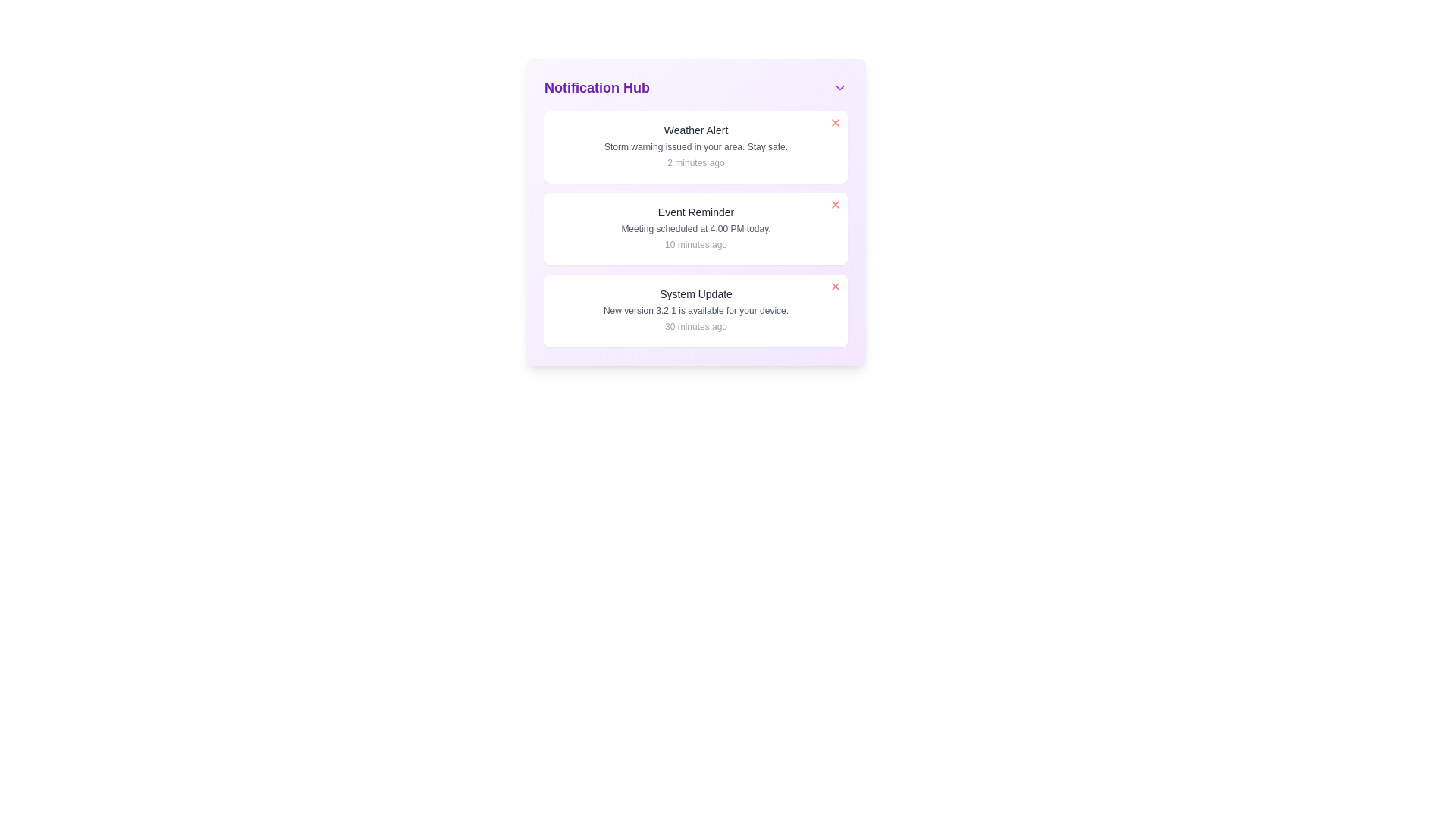 The height and width of the screenshot is (819, 1456). Describe the element at coordinates (695, 146) in the screenshot. I see `the 'Weather Alert' notification card which has a white background, rounded corners, and a red interactive icon in the top-right corner` at that location.